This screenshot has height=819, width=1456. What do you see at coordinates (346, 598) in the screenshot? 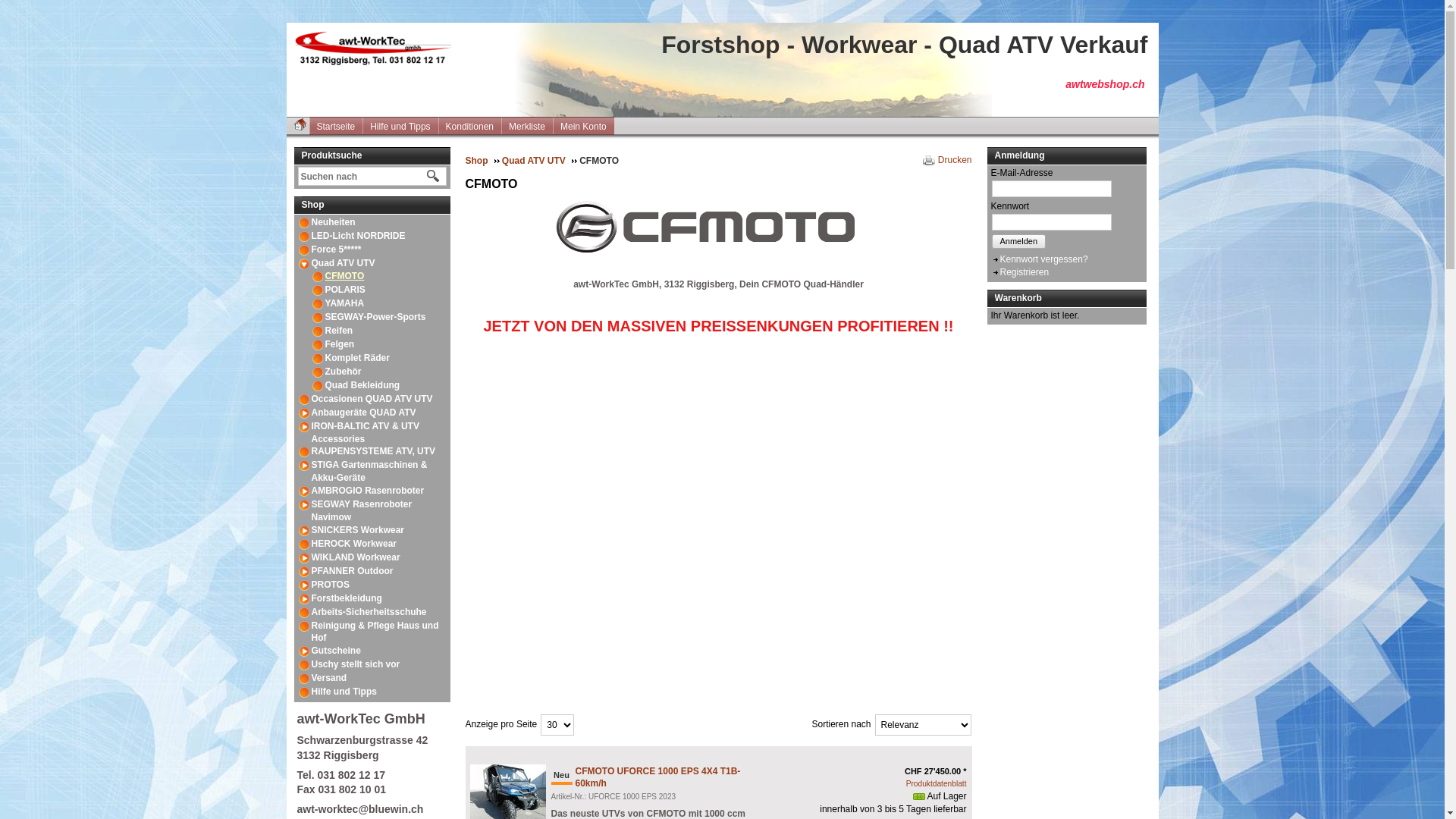
I see `'Forstbekleidung'` at bounding box center [346, 598].